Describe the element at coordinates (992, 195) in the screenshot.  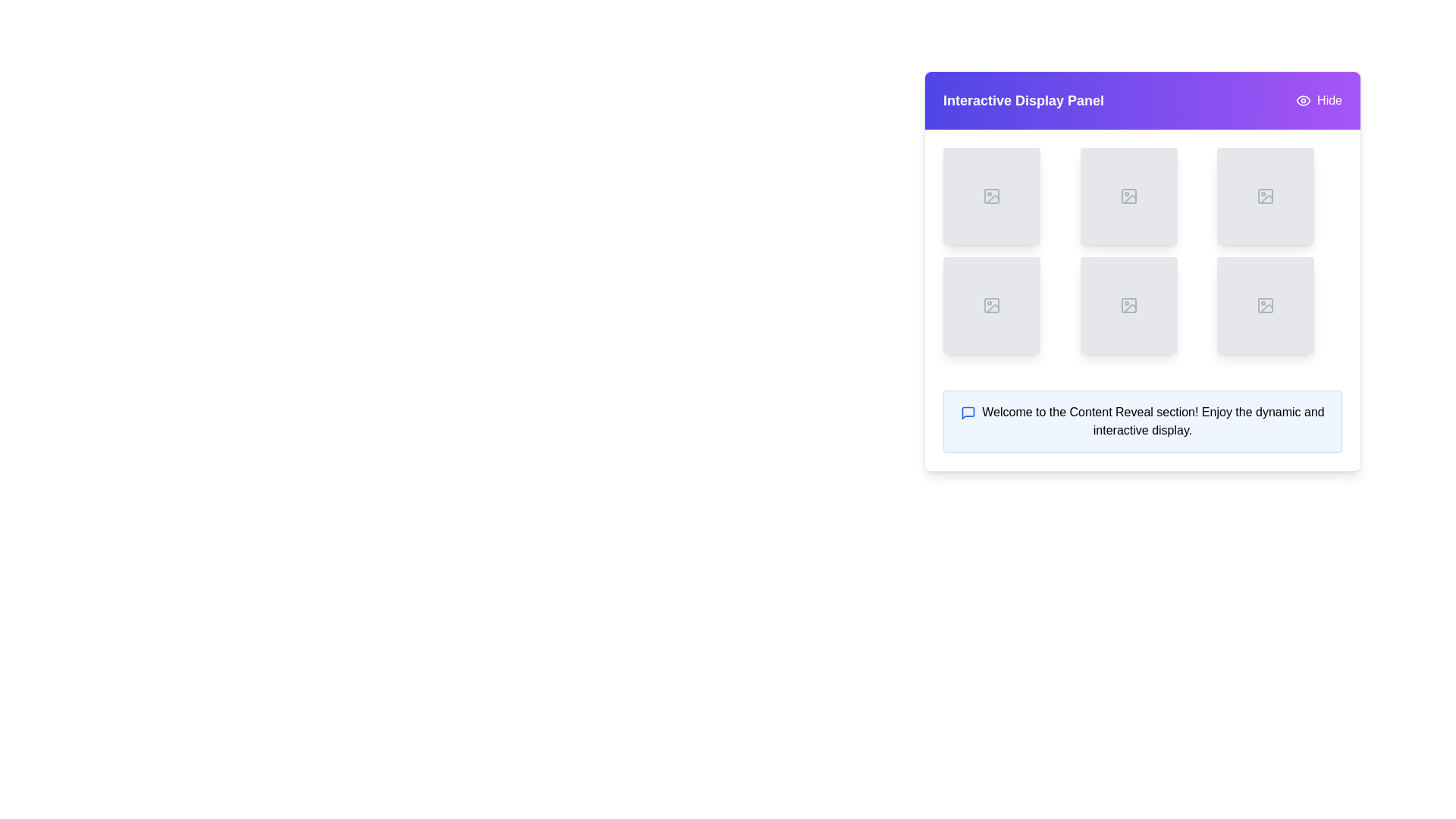
I see `the photo frame icon with a circular dot located in the first tile of the grid in the 'Interactive Display Panel' in the upper-right section of the interface` at that location.